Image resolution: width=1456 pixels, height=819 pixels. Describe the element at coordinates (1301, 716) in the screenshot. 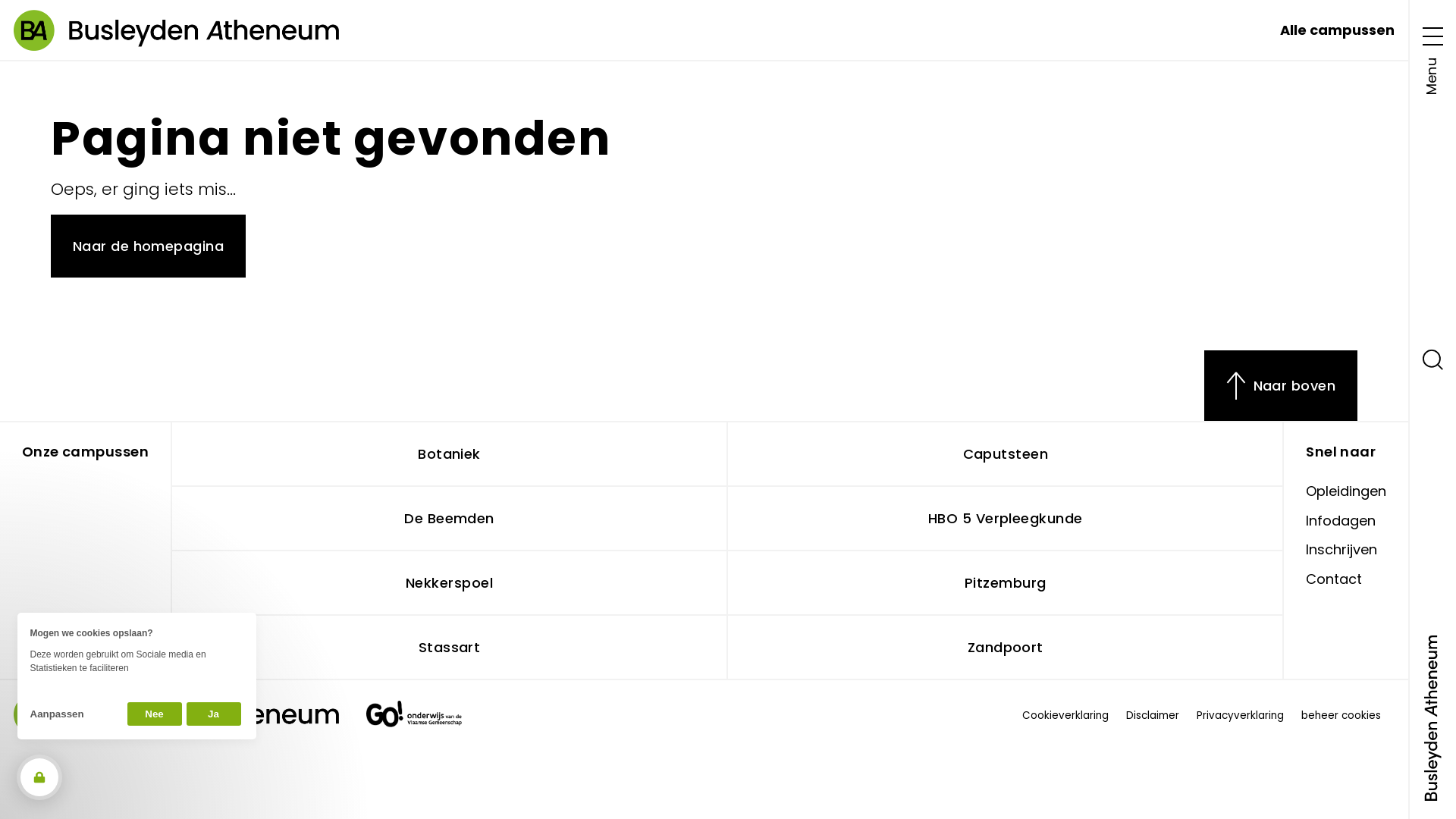

I see `'beheer cookies'` at that location.